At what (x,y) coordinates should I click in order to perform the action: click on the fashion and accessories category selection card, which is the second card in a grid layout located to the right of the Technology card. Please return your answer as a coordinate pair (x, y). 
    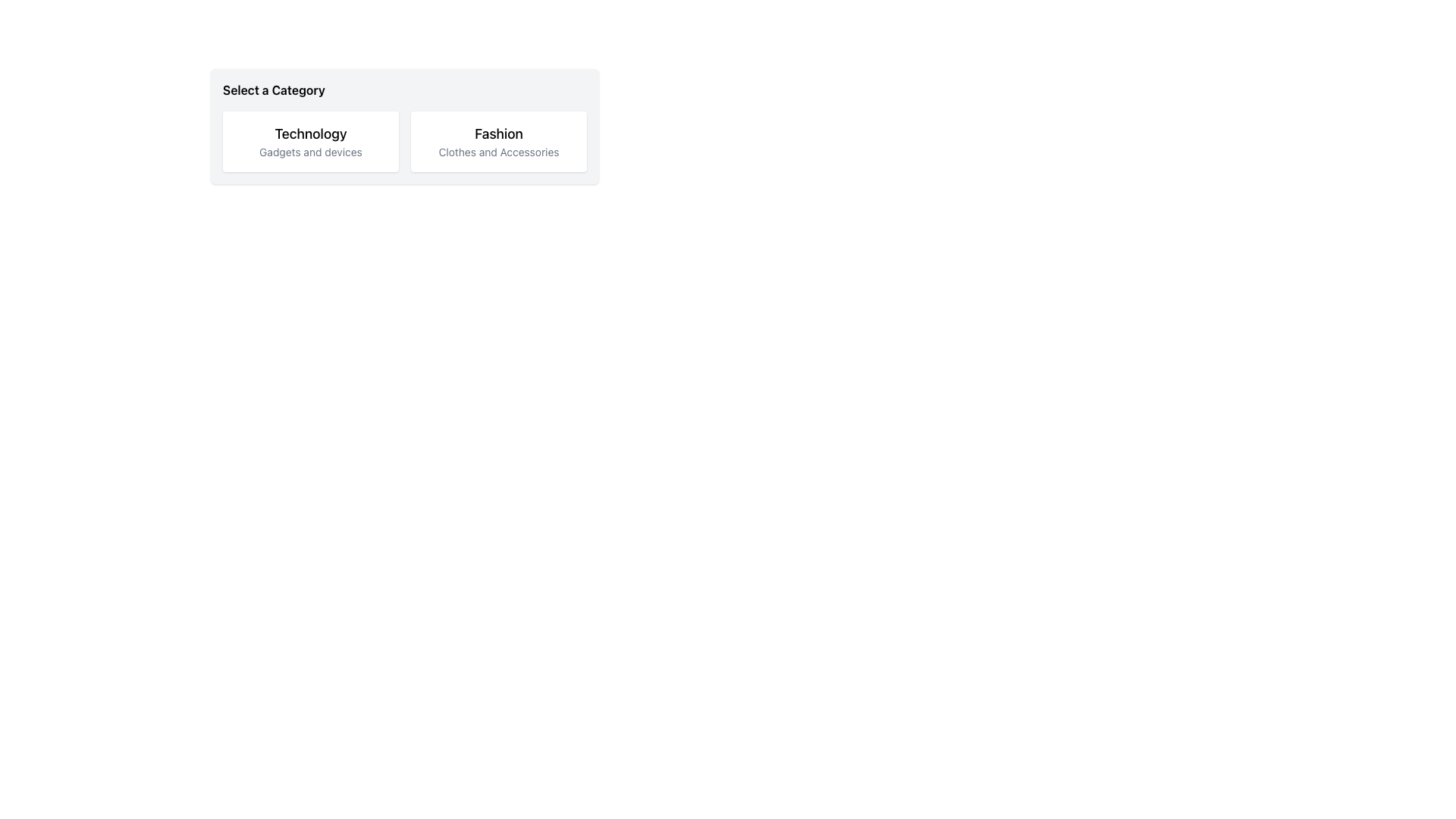
    Looking at the image, I should click on (498, 141).